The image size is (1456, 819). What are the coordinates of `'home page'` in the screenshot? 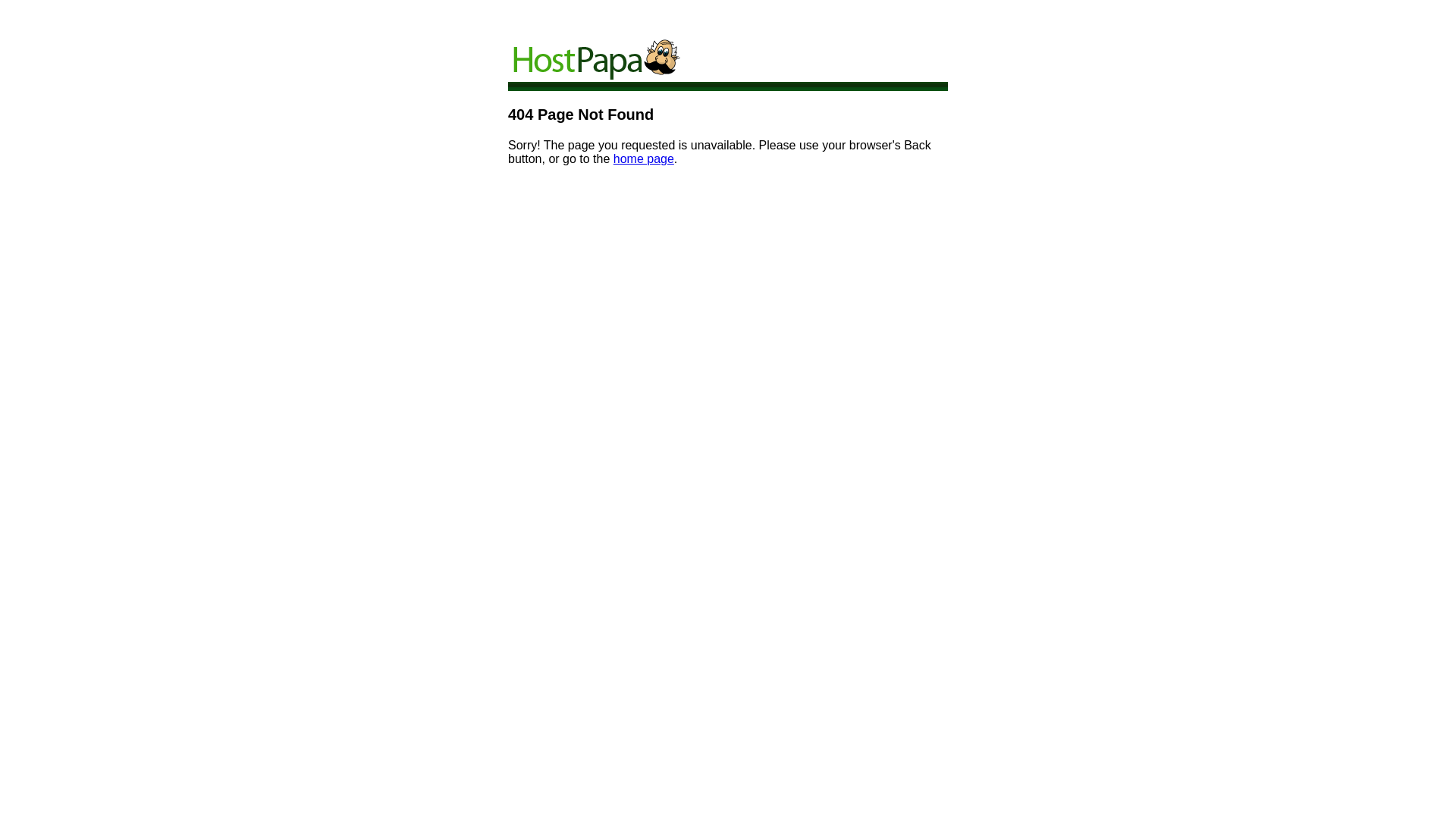 It's located at (644, 158).